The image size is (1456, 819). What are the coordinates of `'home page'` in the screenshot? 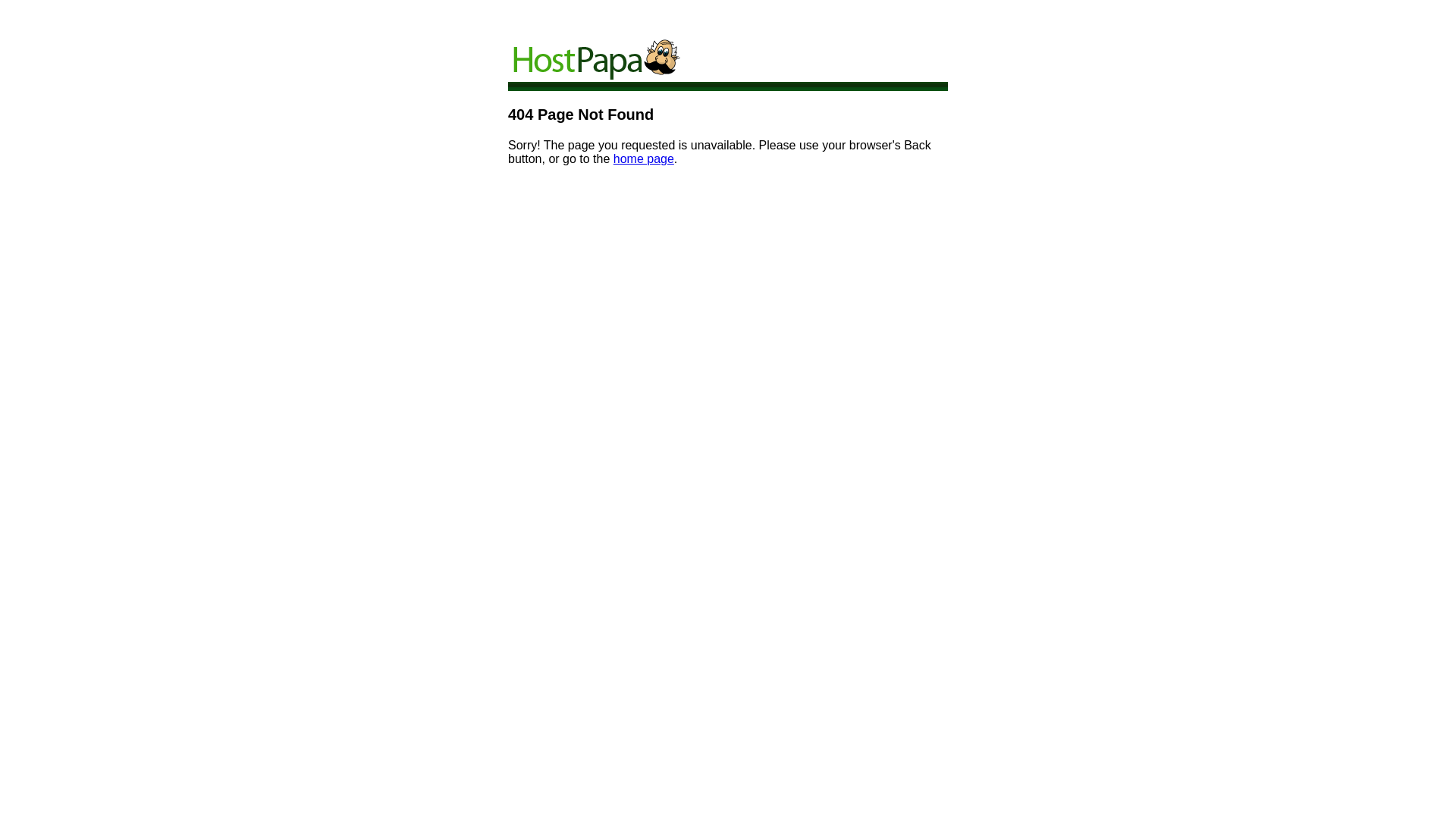 It's located at (644, 158).